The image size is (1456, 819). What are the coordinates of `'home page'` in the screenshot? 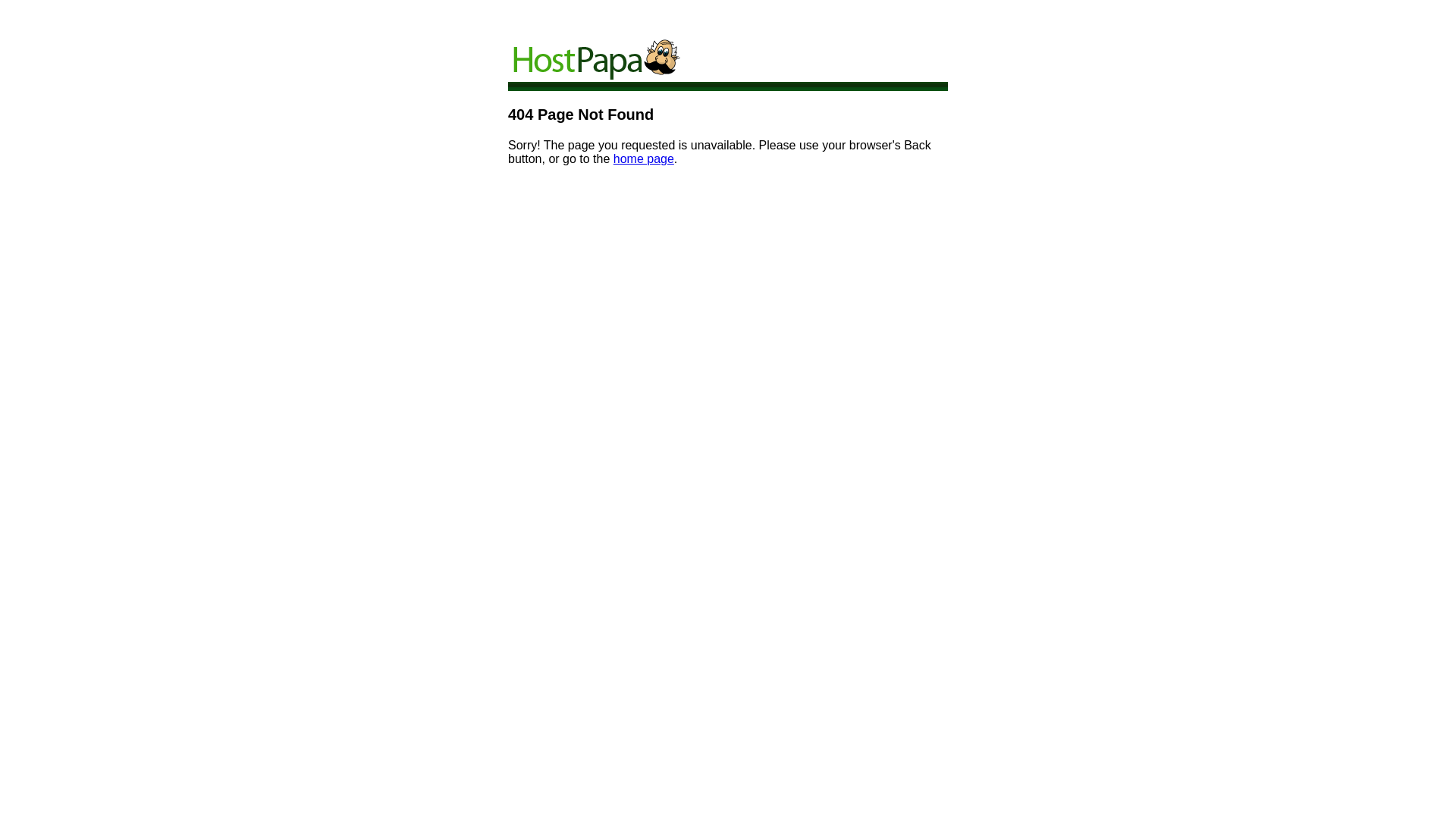 It's located at (644, 158).